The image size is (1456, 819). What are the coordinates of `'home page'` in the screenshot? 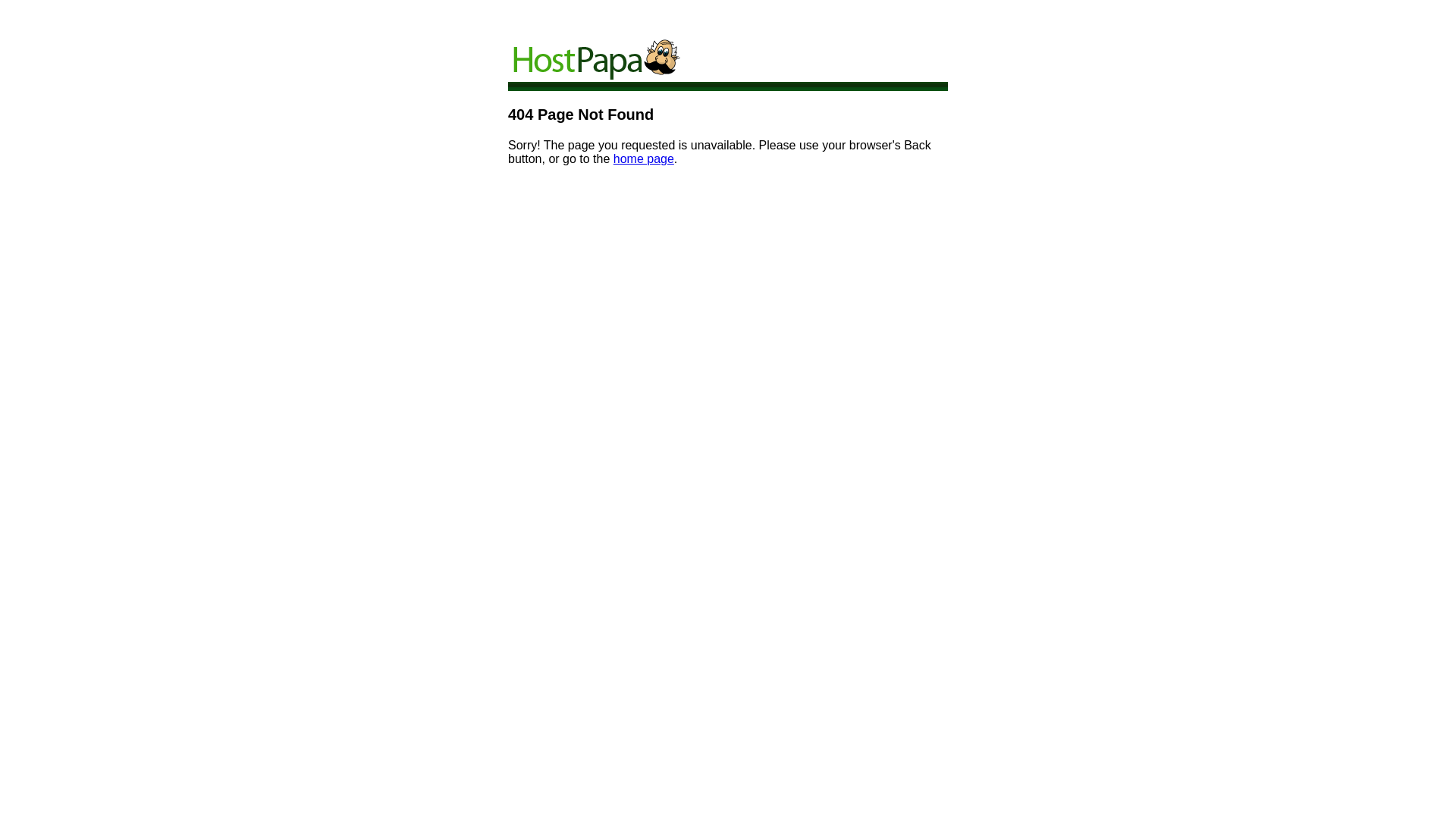 It's located at (644, 158).